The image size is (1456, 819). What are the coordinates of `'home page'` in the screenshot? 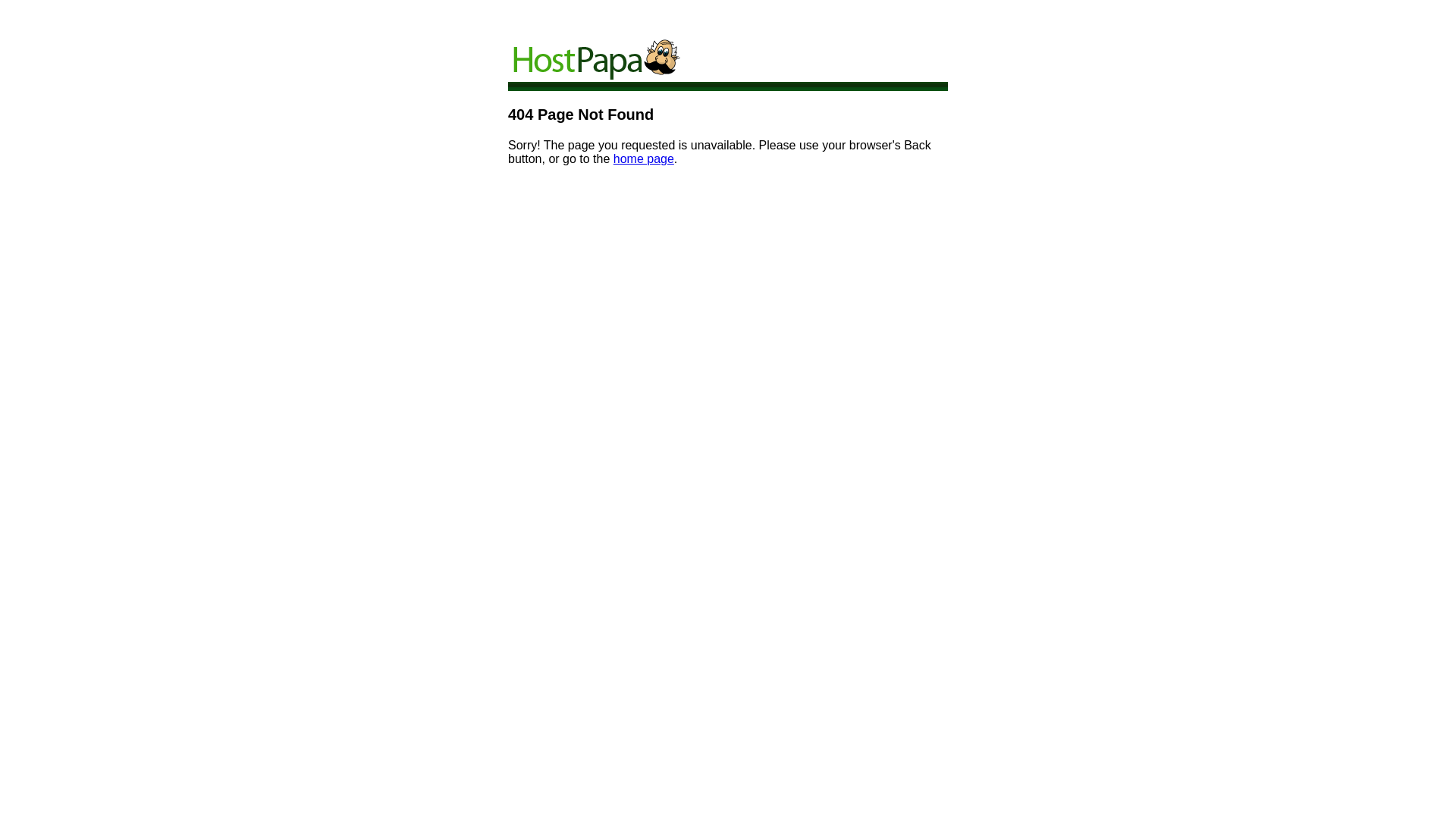 It's located at (644, 158).